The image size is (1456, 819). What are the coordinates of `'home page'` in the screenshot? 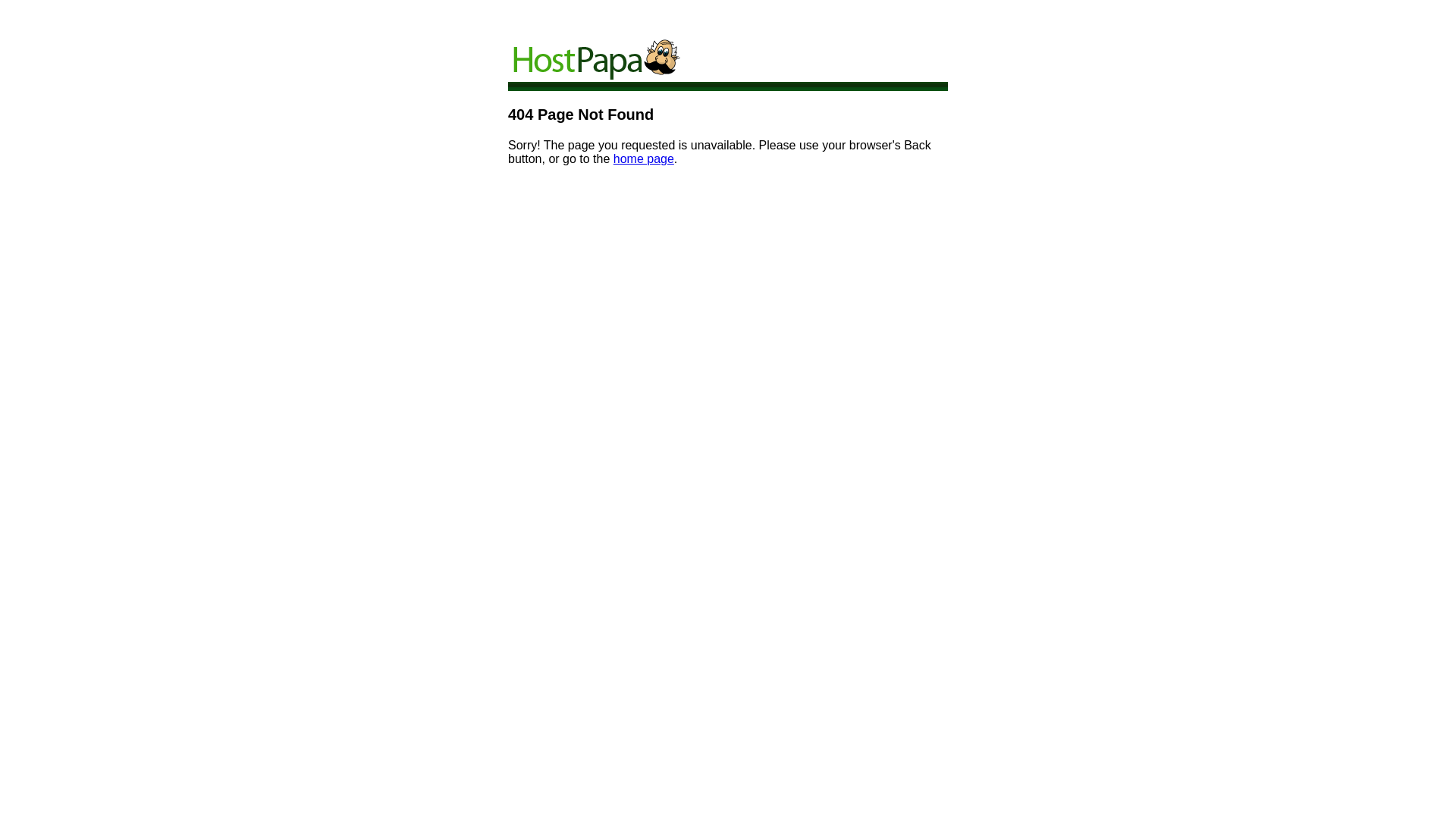 It's located at (644, 158).